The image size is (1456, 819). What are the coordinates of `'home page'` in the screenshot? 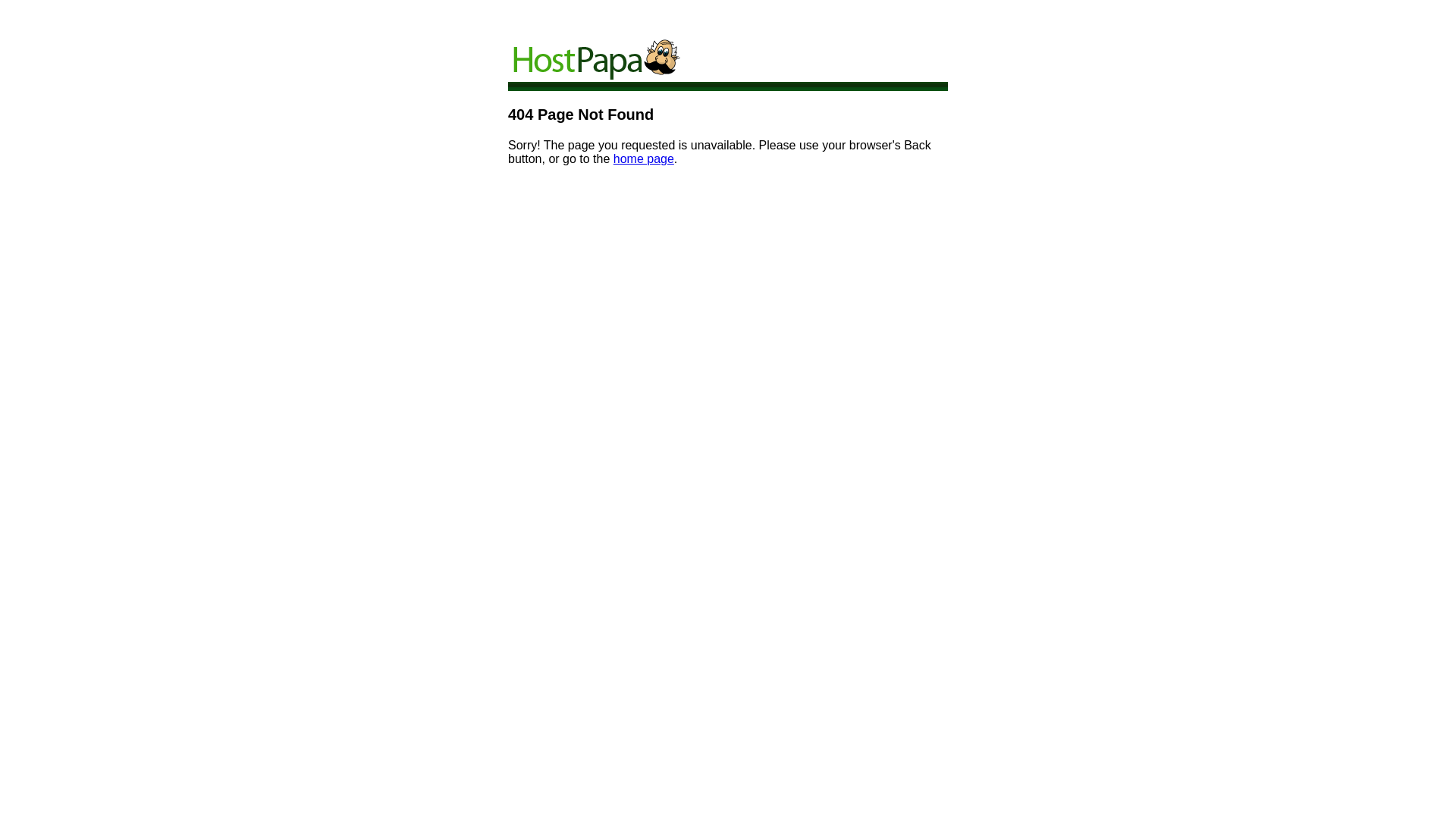 It's located at (644, 158).